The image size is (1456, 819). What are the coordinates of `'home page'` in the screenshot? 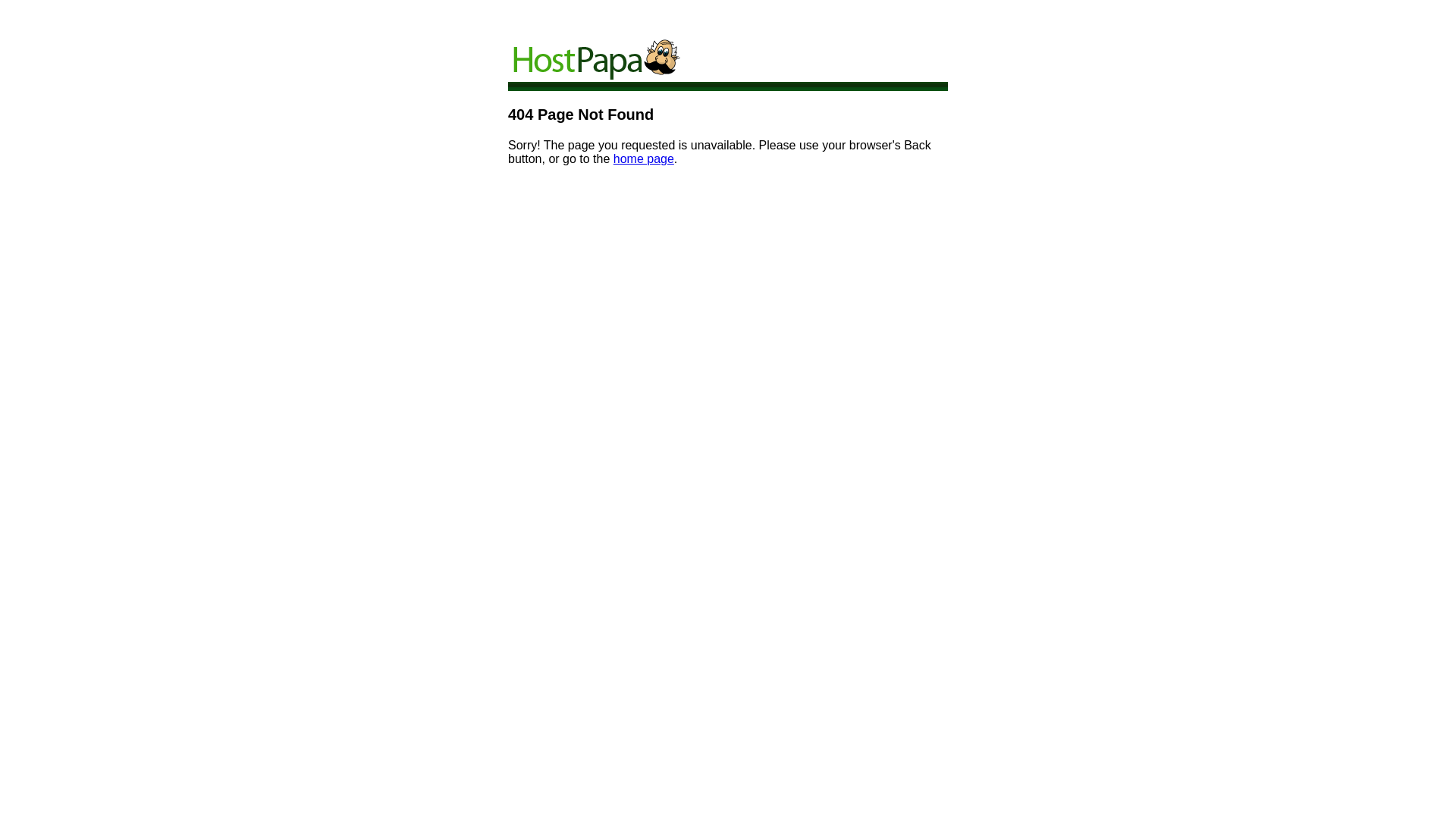 It's located at (644, 158).